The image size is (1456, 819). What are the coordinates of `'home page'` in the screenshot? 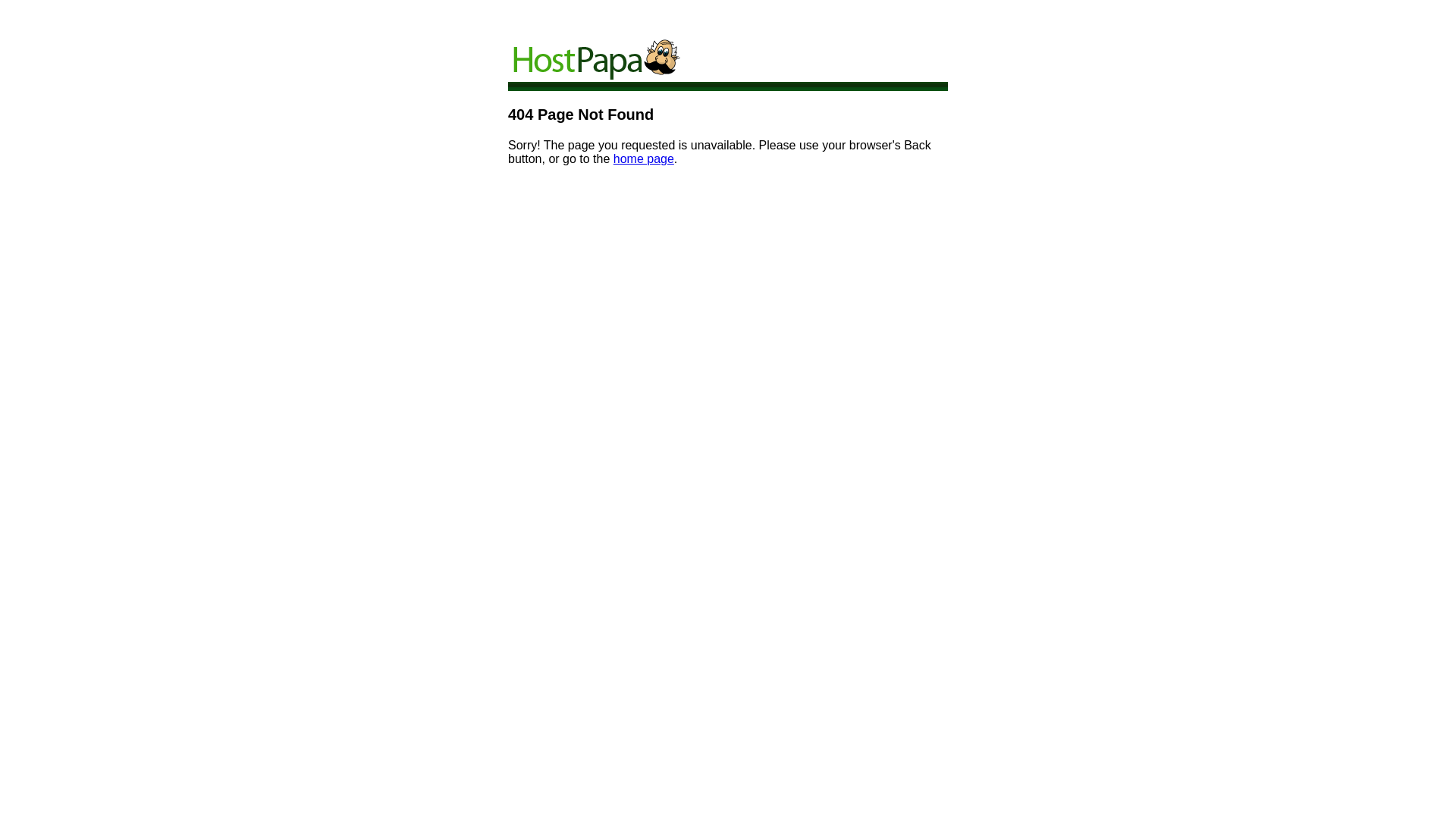 It's located at (644, 158).